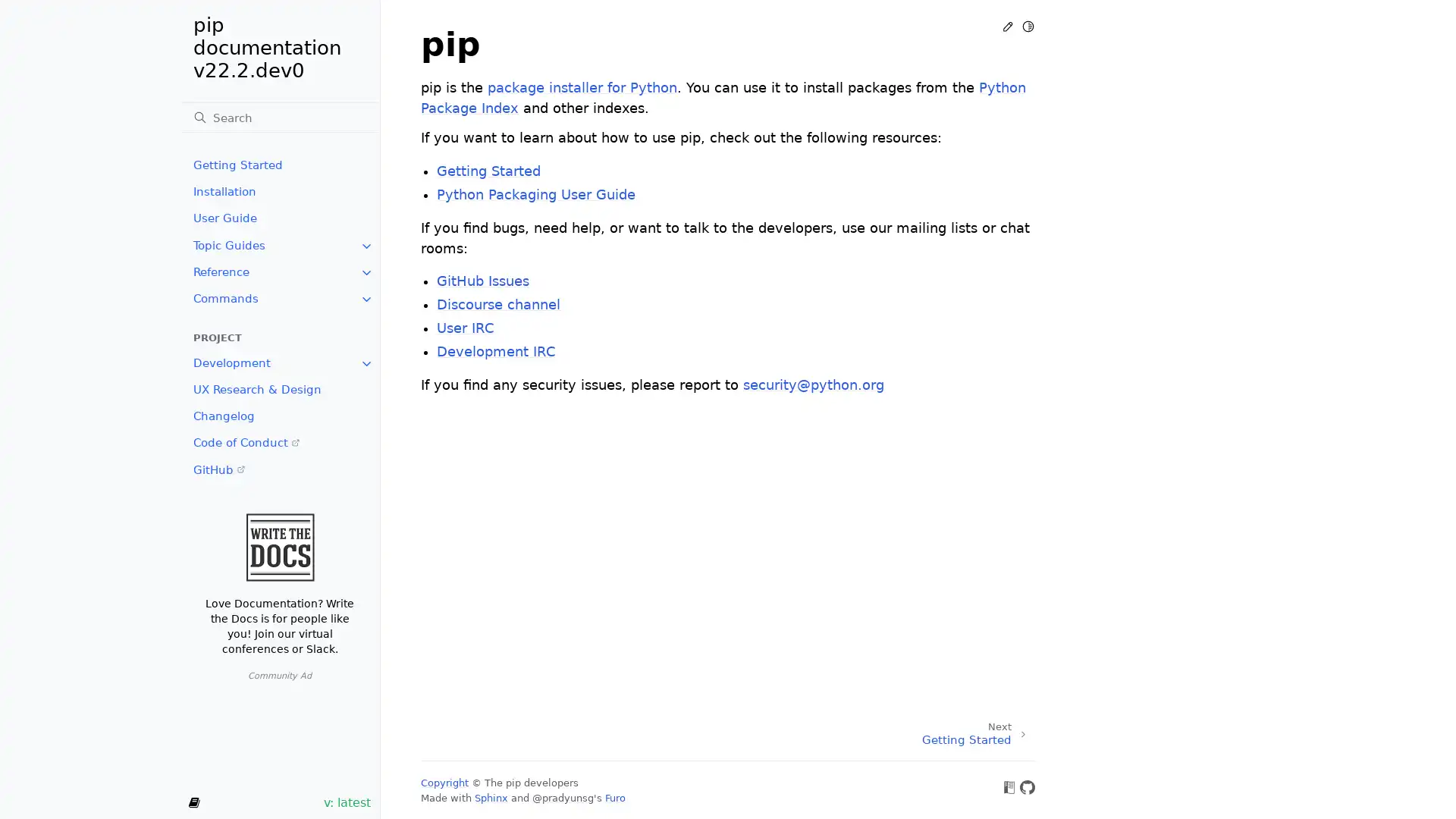  Describe the element at coordinates (1028, 26) in the screenshot. I see `Toggle Light / Dark / Auto color theme` at that location.